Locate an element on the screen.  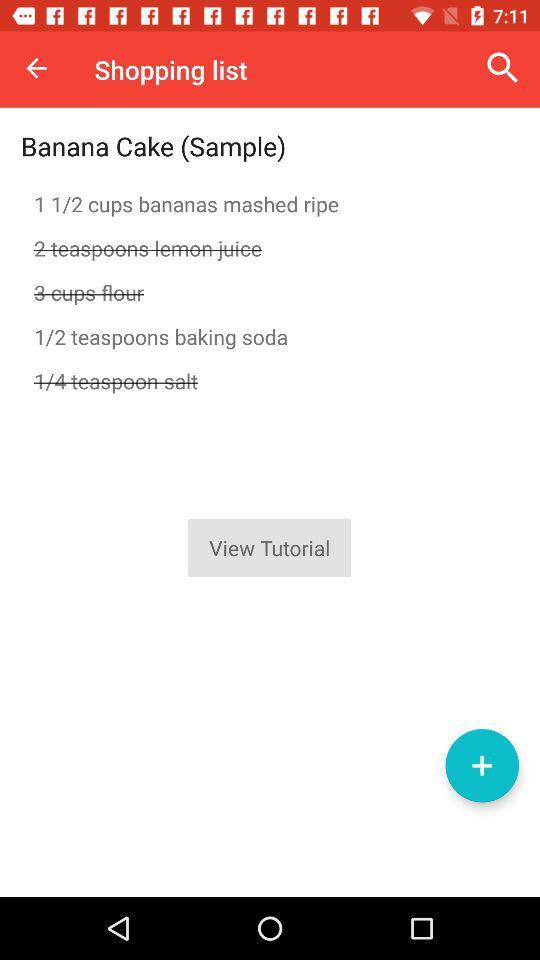
the item to the right of the shopping list item is located at coordinates (502, 68).